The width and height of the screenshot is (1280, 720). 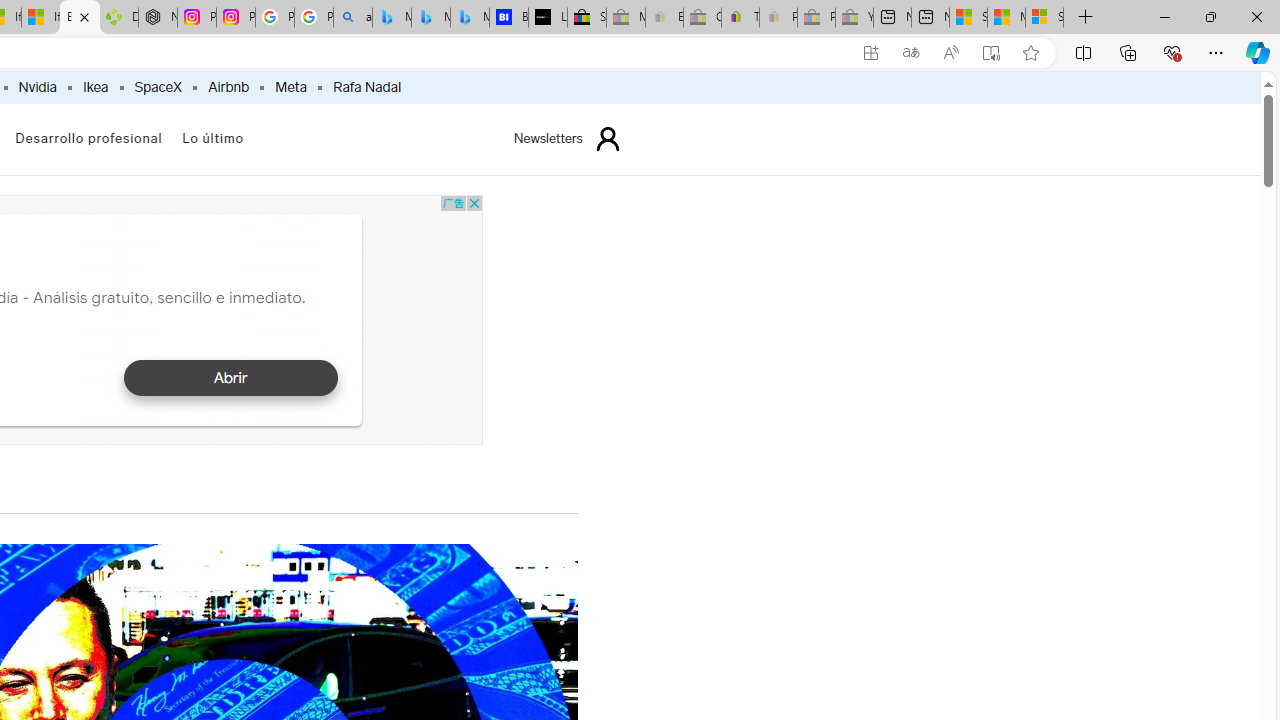 What do you see at coordinates (909, 52) in the screenshot?
I see `'Show translate options'` at bounding box center [909, 52].